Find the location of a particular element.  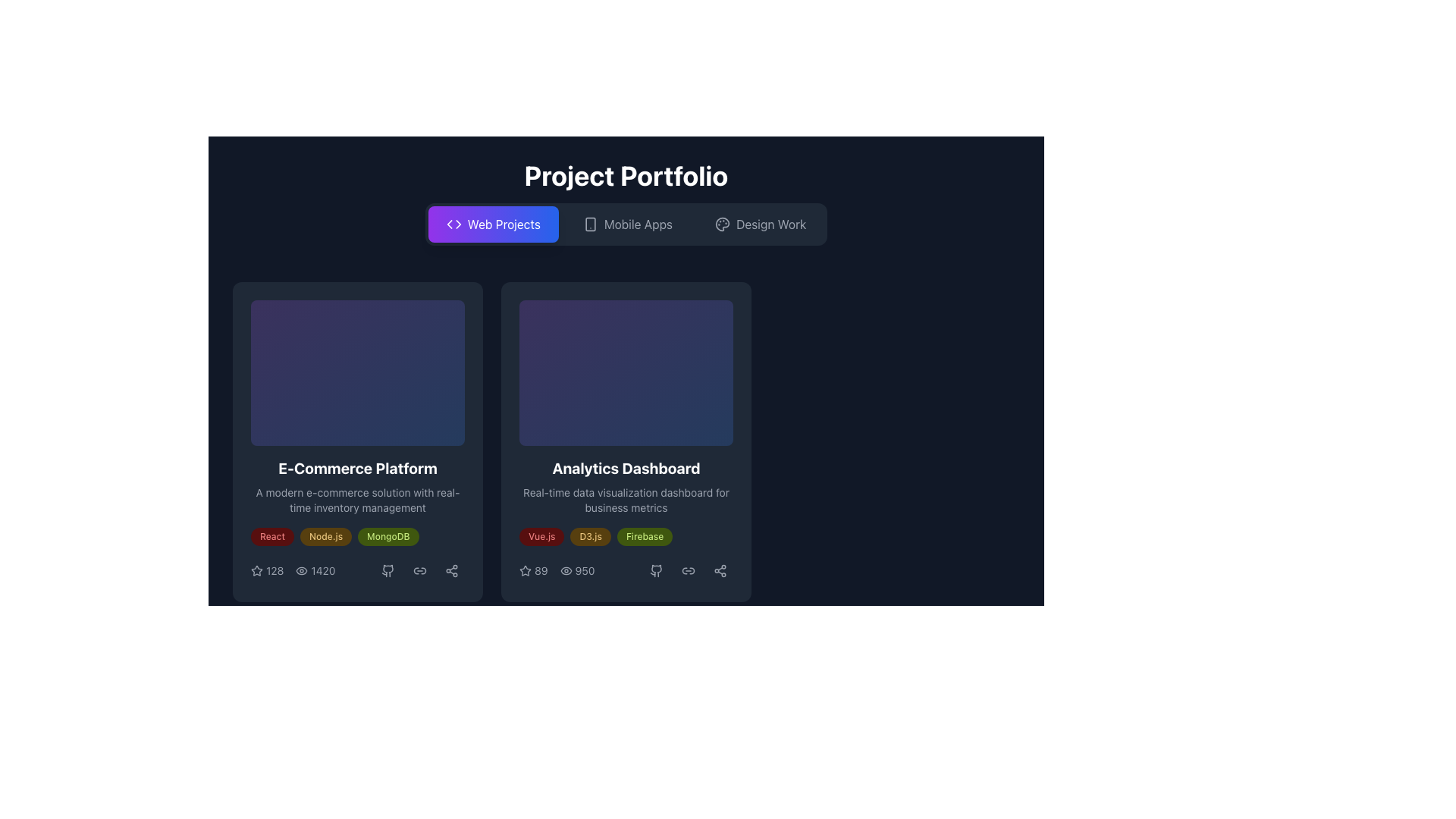

the interactive metrics icons located at the bottom of the Portfolio card titled 'E-Commerce Platform', which has a dark gray background and rounded corners is located at coordinates (356, 441).